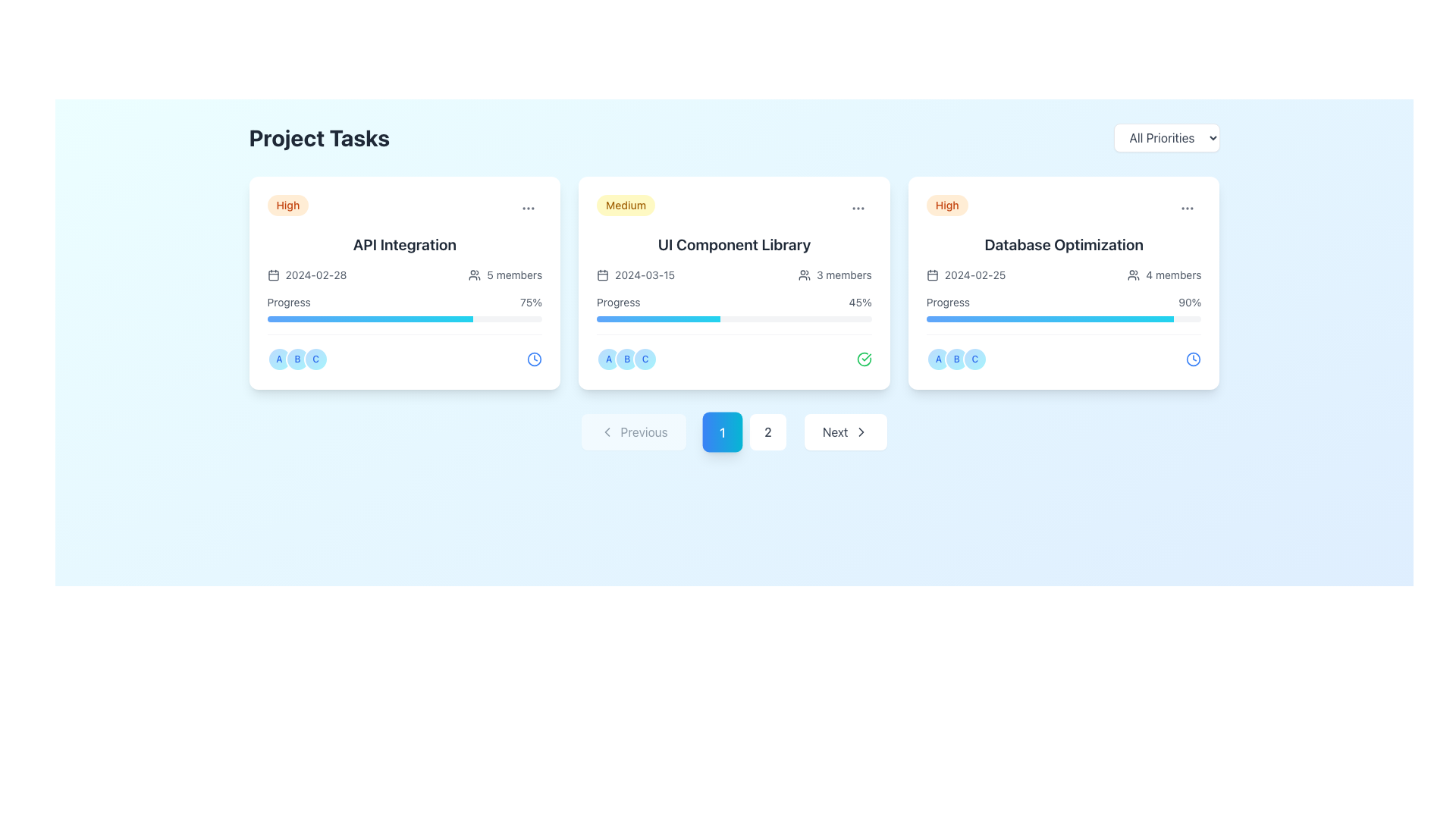 This screenshot has width=1456, height=819. Describe the element at coordinates (845, 432) in the screenshot. I see `the 'Next' button, which is a rounded rectangle with a white background and a right-pointing chevron icon` at that location.